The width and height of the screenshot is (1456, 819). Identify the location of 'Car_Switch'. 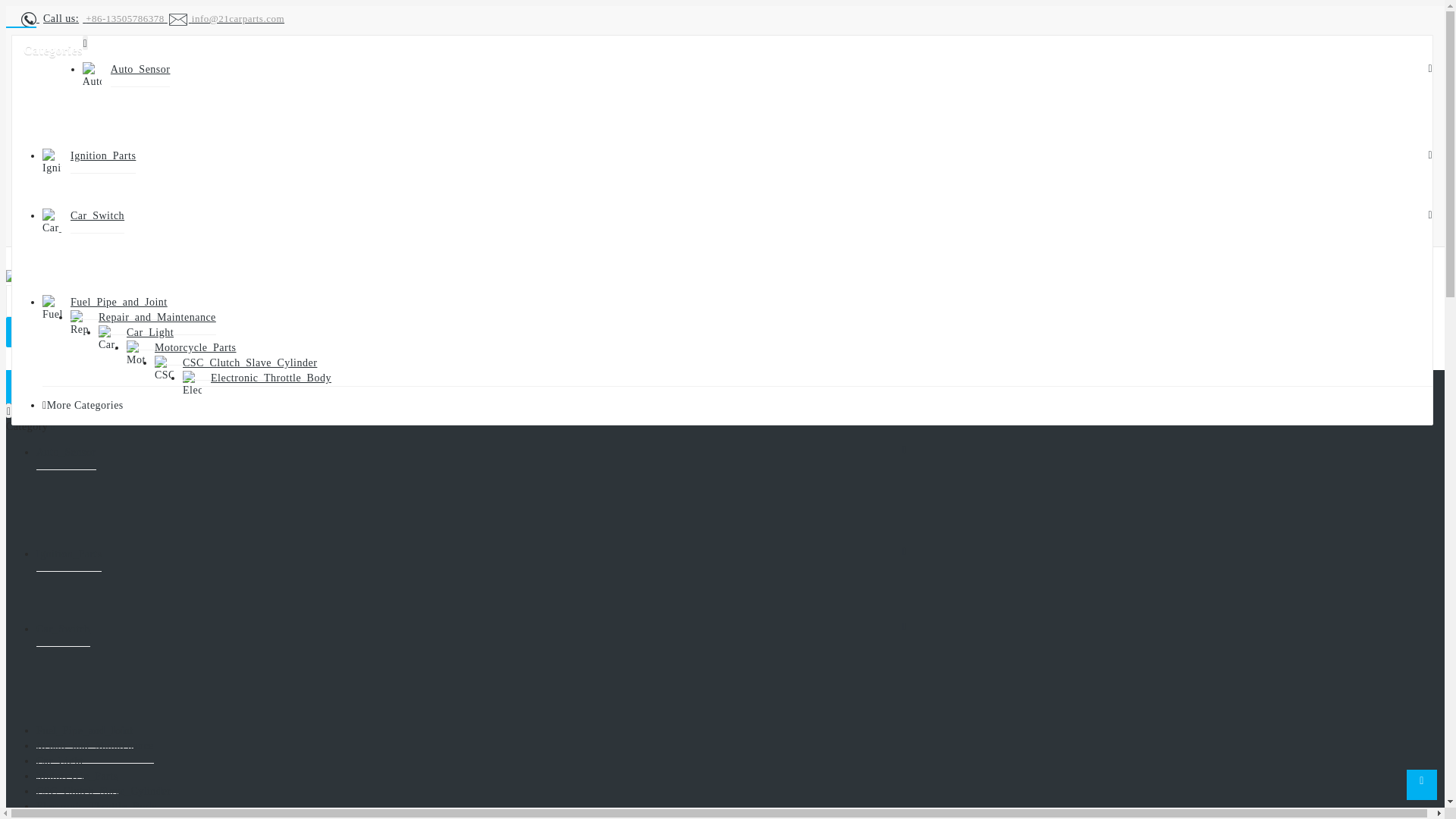
(96, 216).